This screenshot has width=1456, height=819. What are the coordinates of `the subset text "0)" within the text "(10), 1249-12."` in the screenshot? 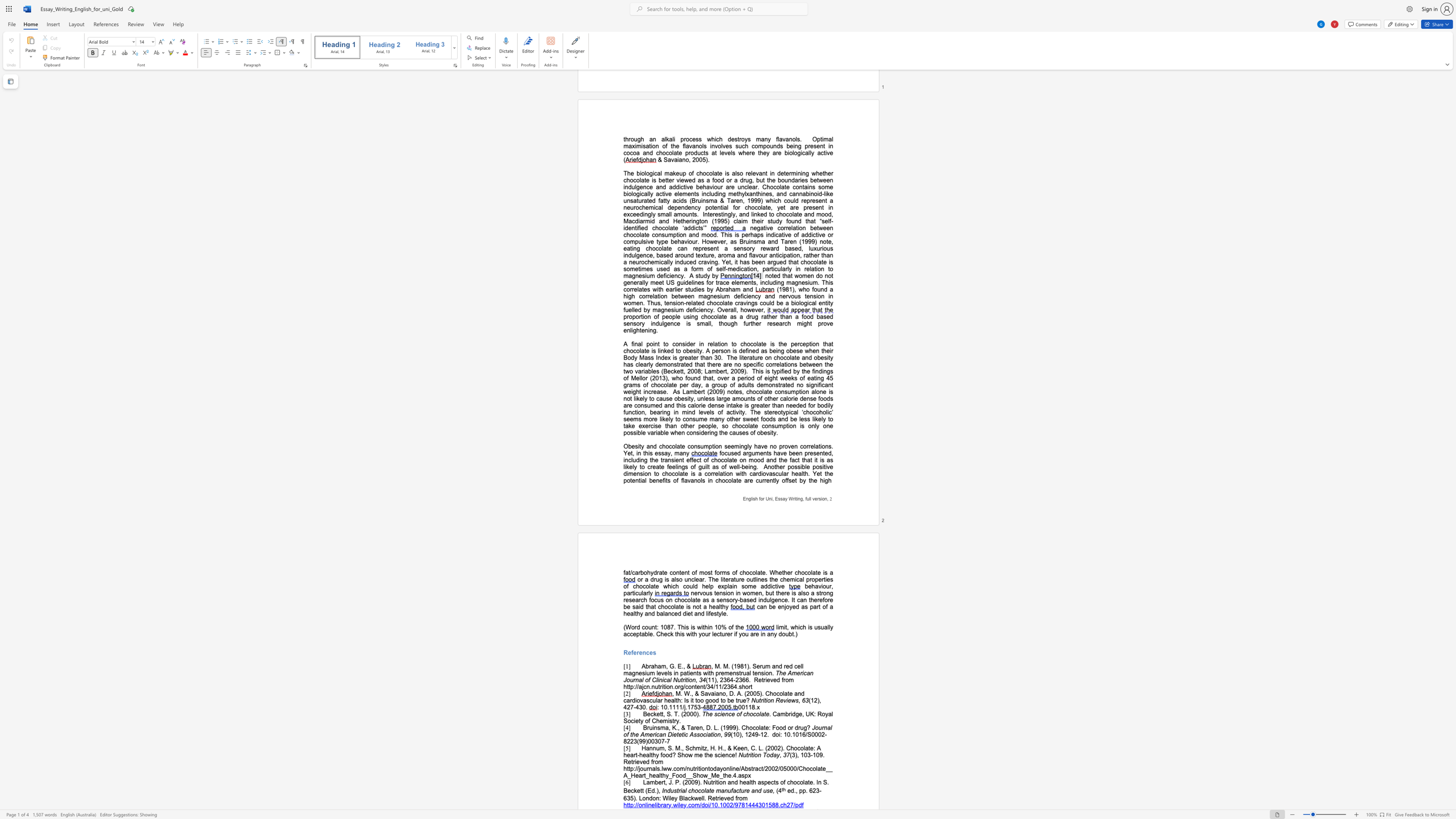 It's located at (735, 734).